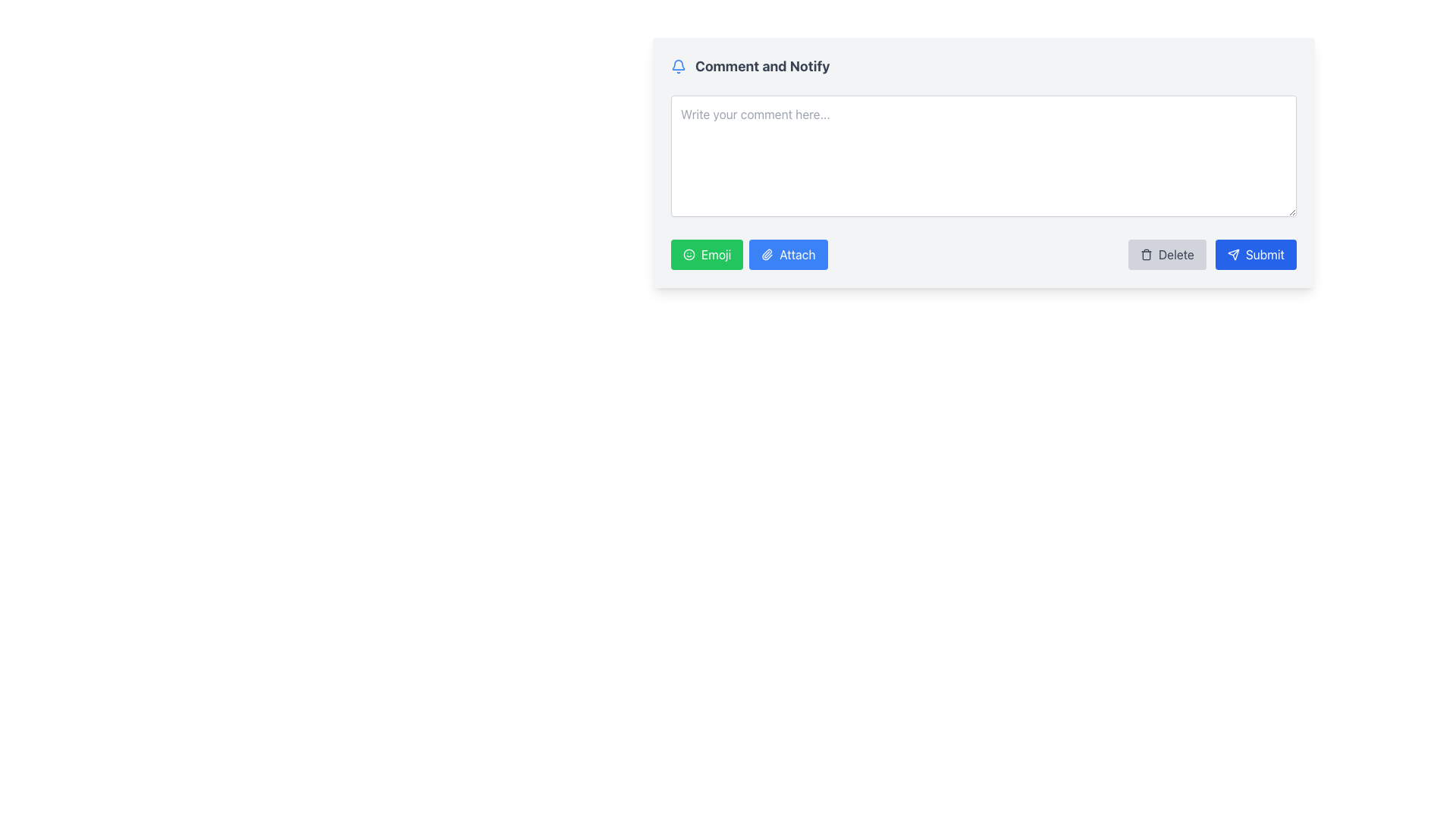  What do you see at coordinates (767, 253) in the screenshot?
I see `the paperclip icon located in the top-right corner of the comment input interface for additional tooltips or effects` at bounding box center [767, 253].